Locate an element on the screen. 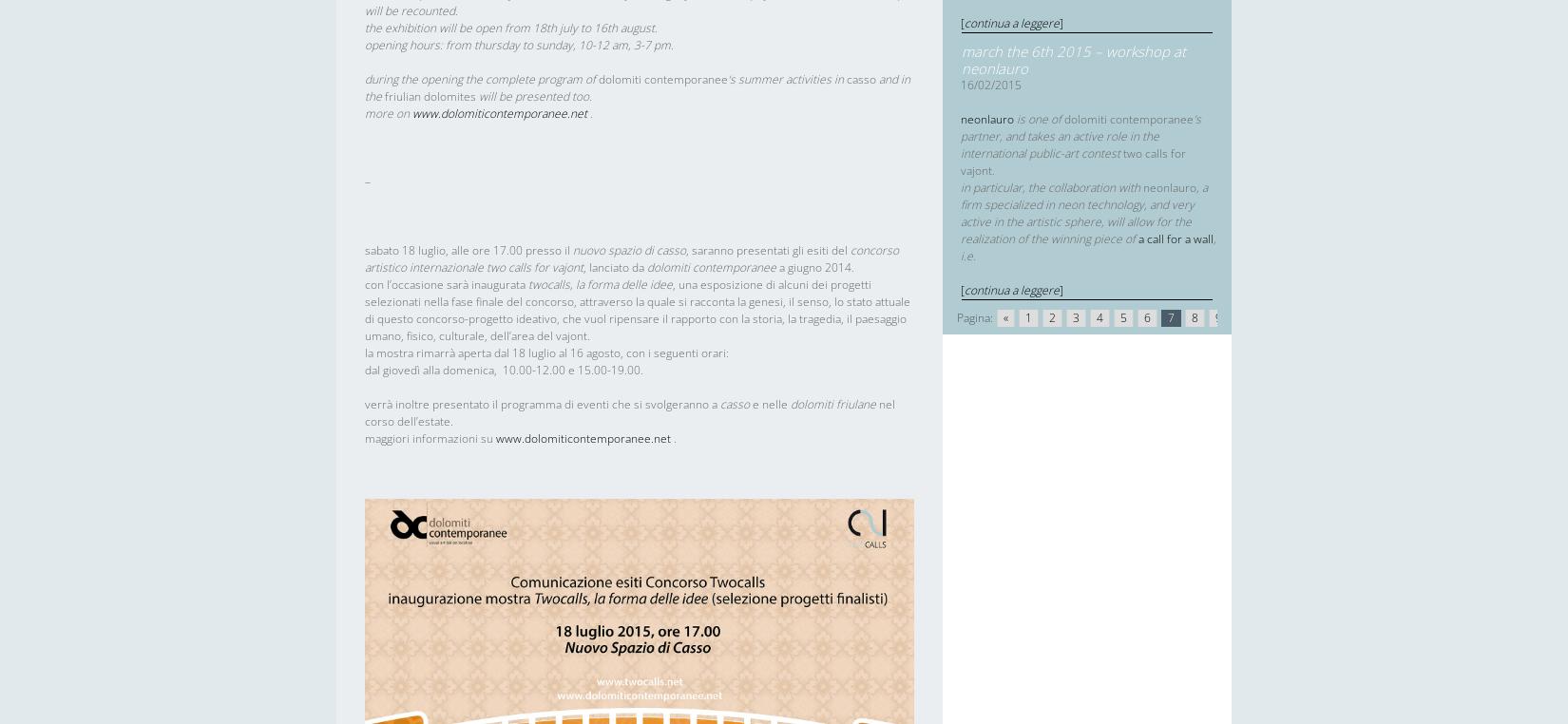  'dal giovedì alla domenica,  10.00-12.00 e 15.00-19.00.' is located at coordinates (503, 369).